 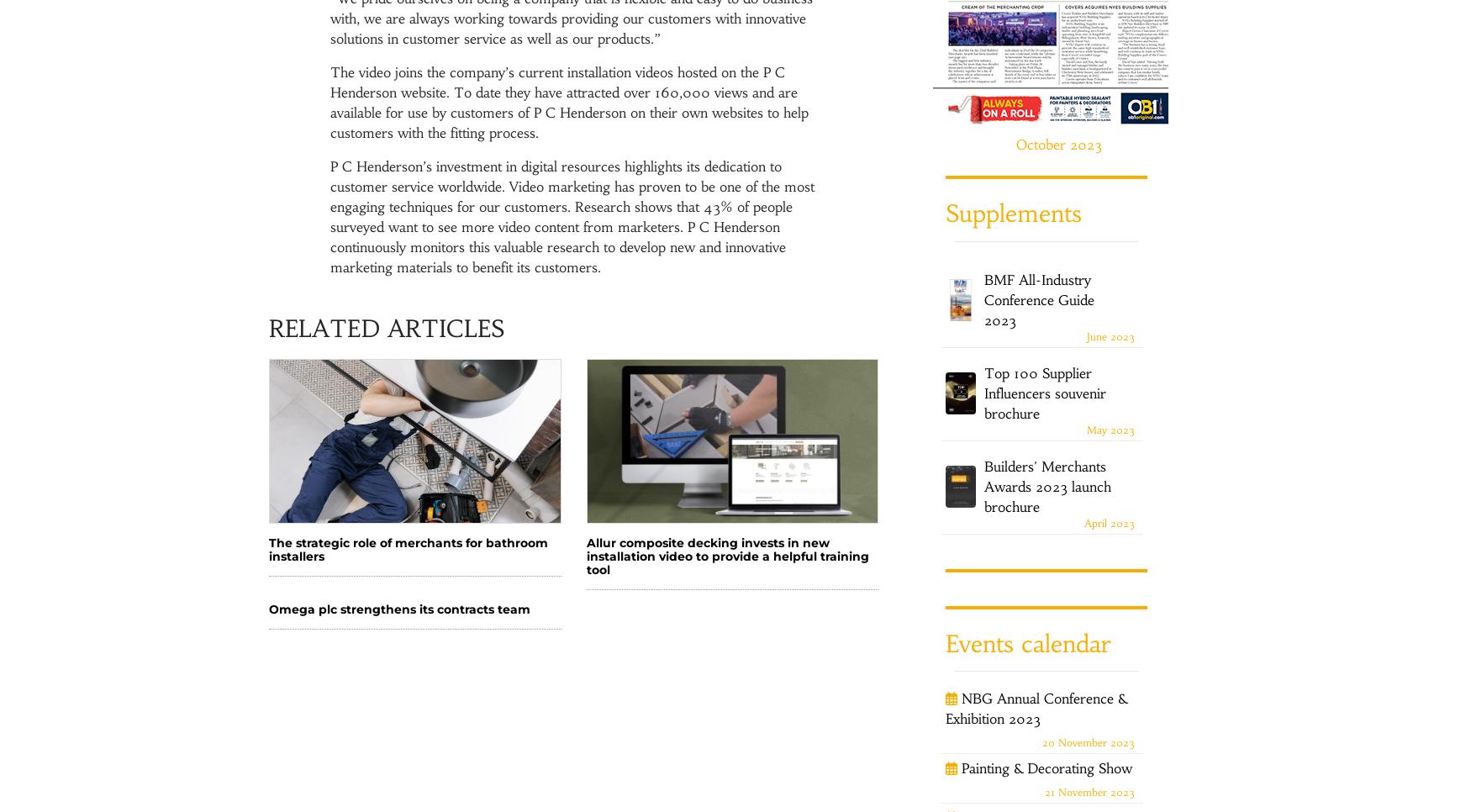 I want to click on 'Top 100 Supplier Influencers souvenir brochure', so click(x=983, y=392).